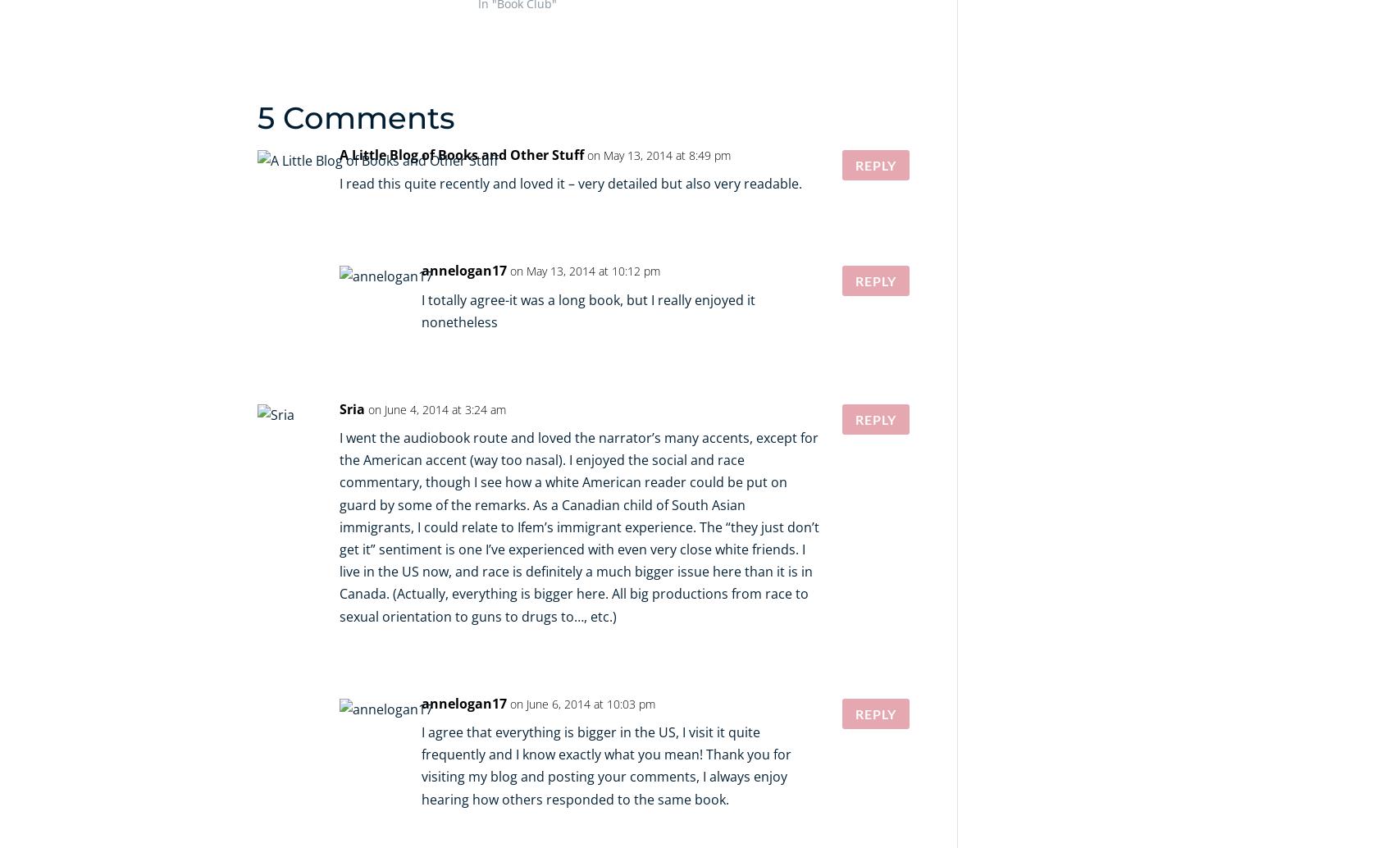 The image size is (1400, 848). I want to click on 'I read this quite recently and loved it – very detailed but also very readable.', so click(569, 183).